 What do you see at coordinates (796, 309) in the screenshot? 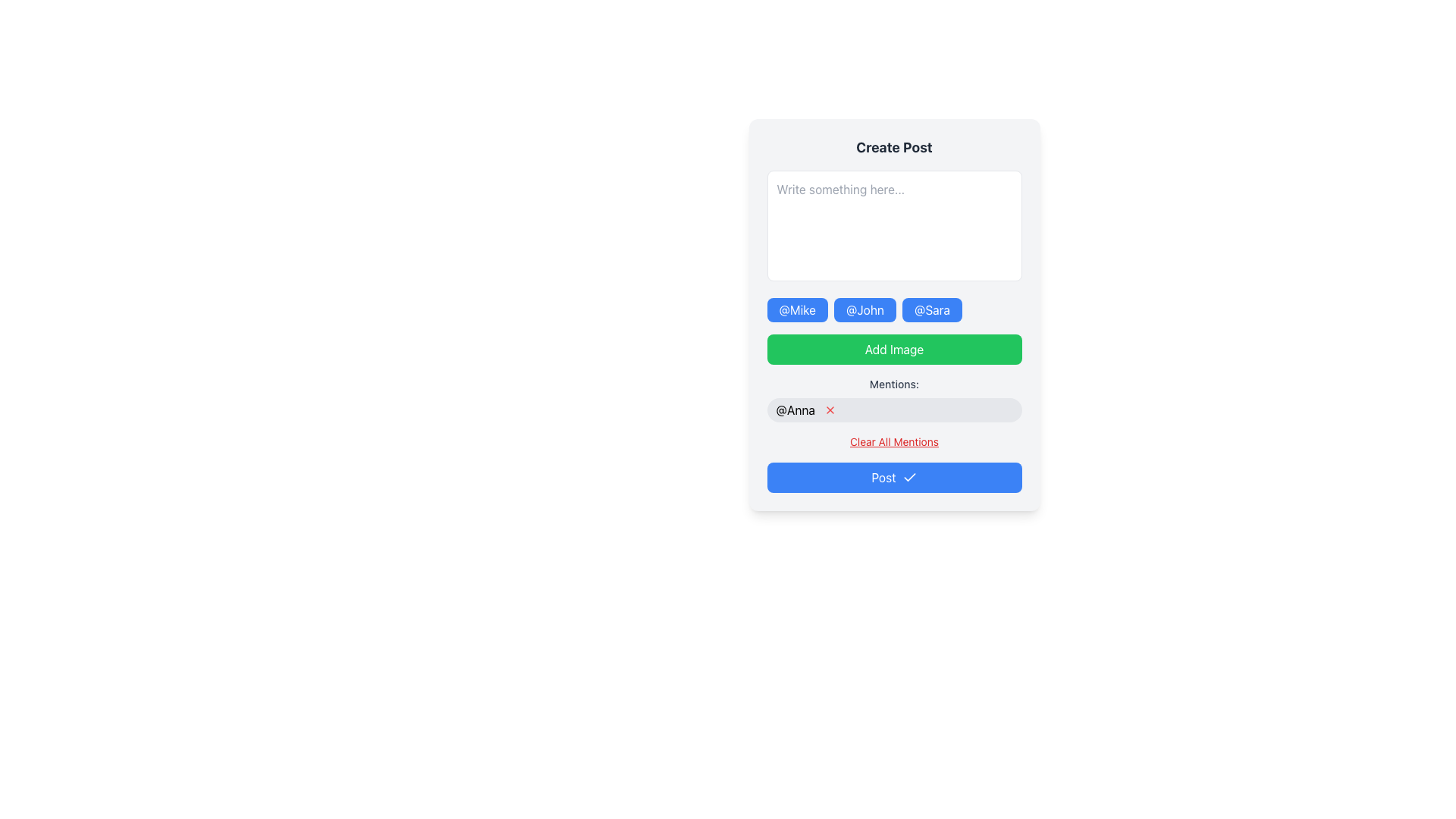
I see `the button labeled '@Mike' with a blue background` at bounding box center [796, 309].